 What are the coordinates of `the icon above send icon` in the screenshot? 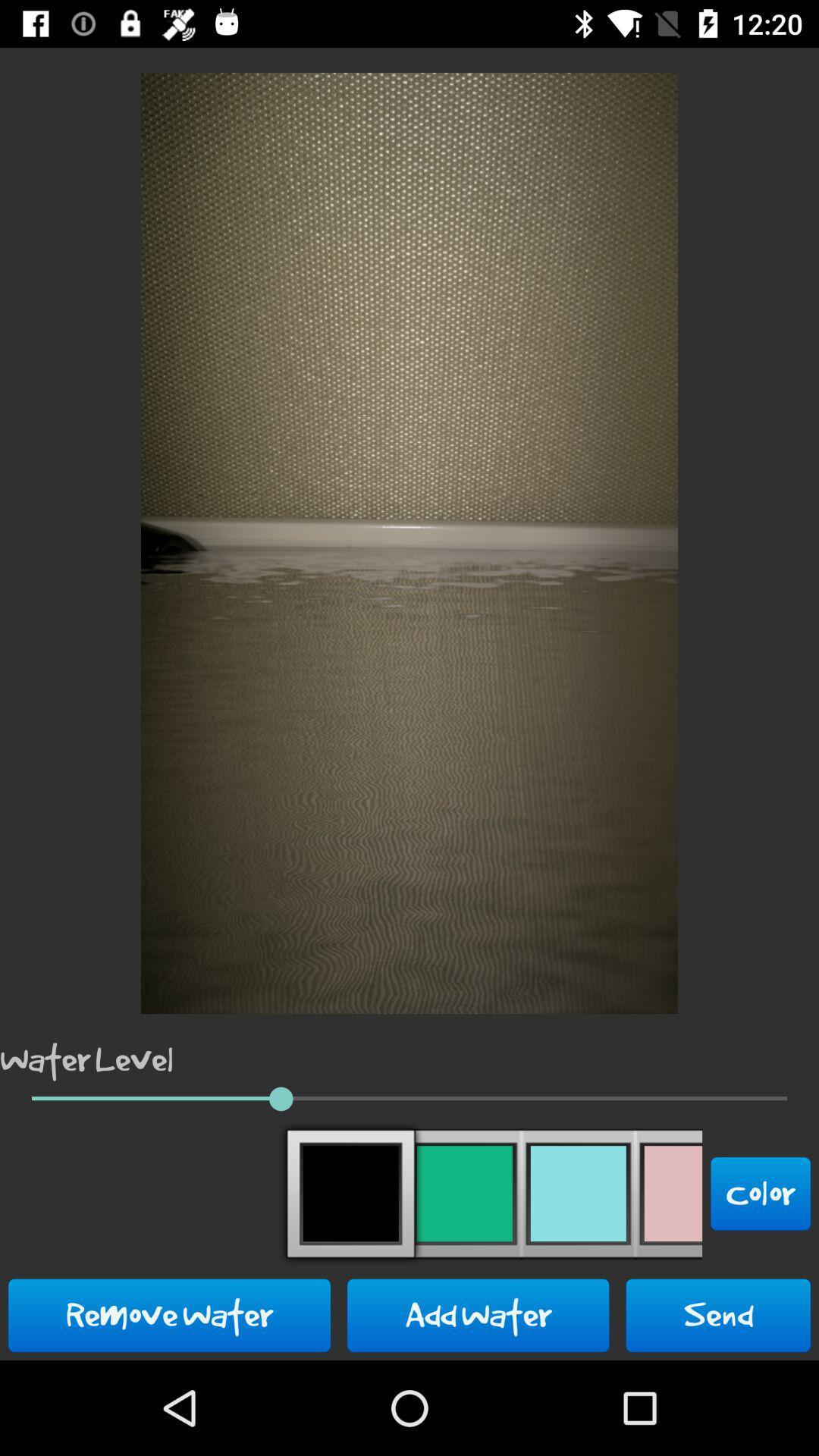 It's located at (761, 1193).